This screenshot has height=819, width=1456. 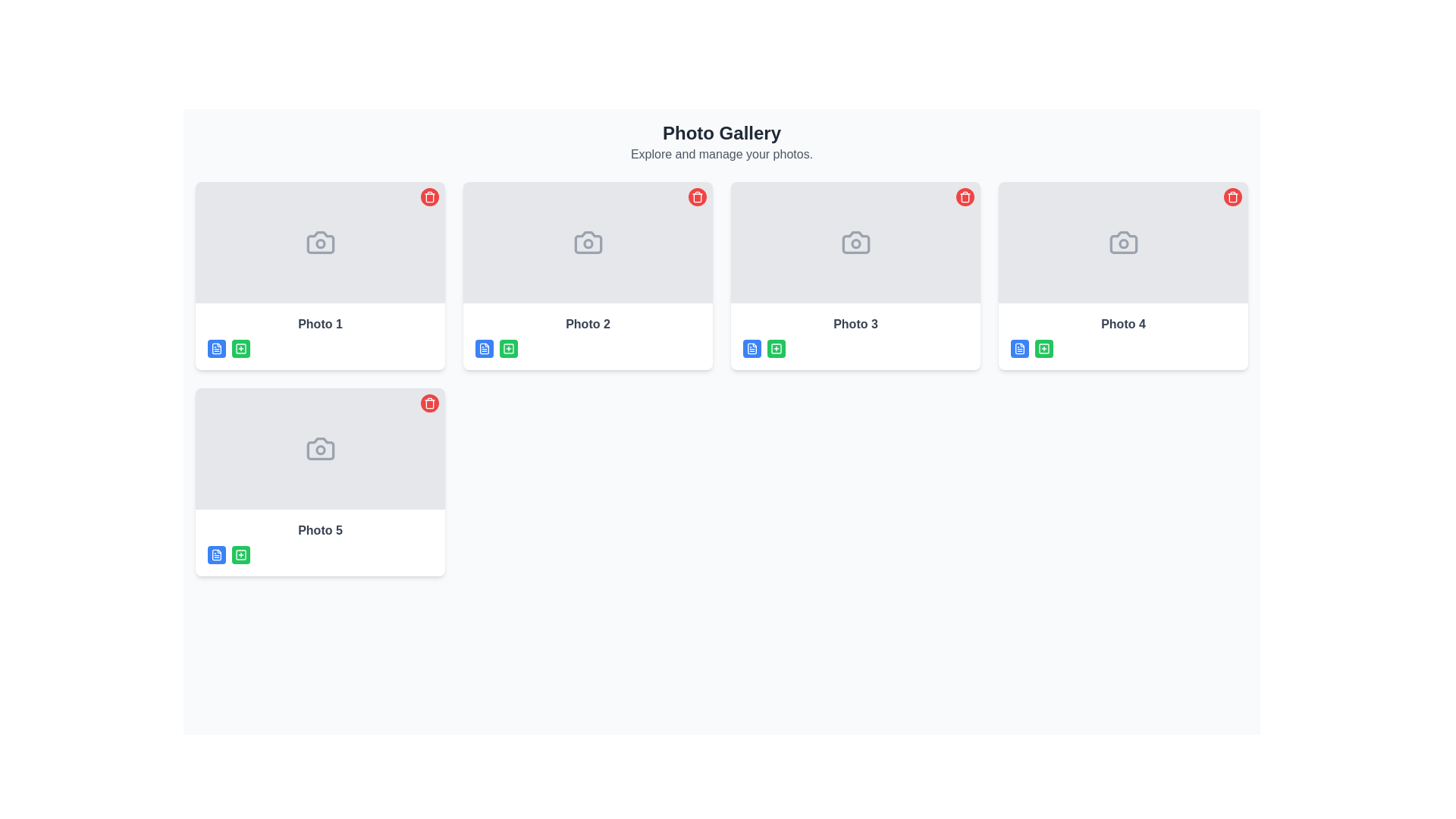 What do you see at coordinates (720, 133) in the screenshot?
I see `the bold header text 'Photo Gallery' located at the top-center of the interface` at bounding box center [720, 133].